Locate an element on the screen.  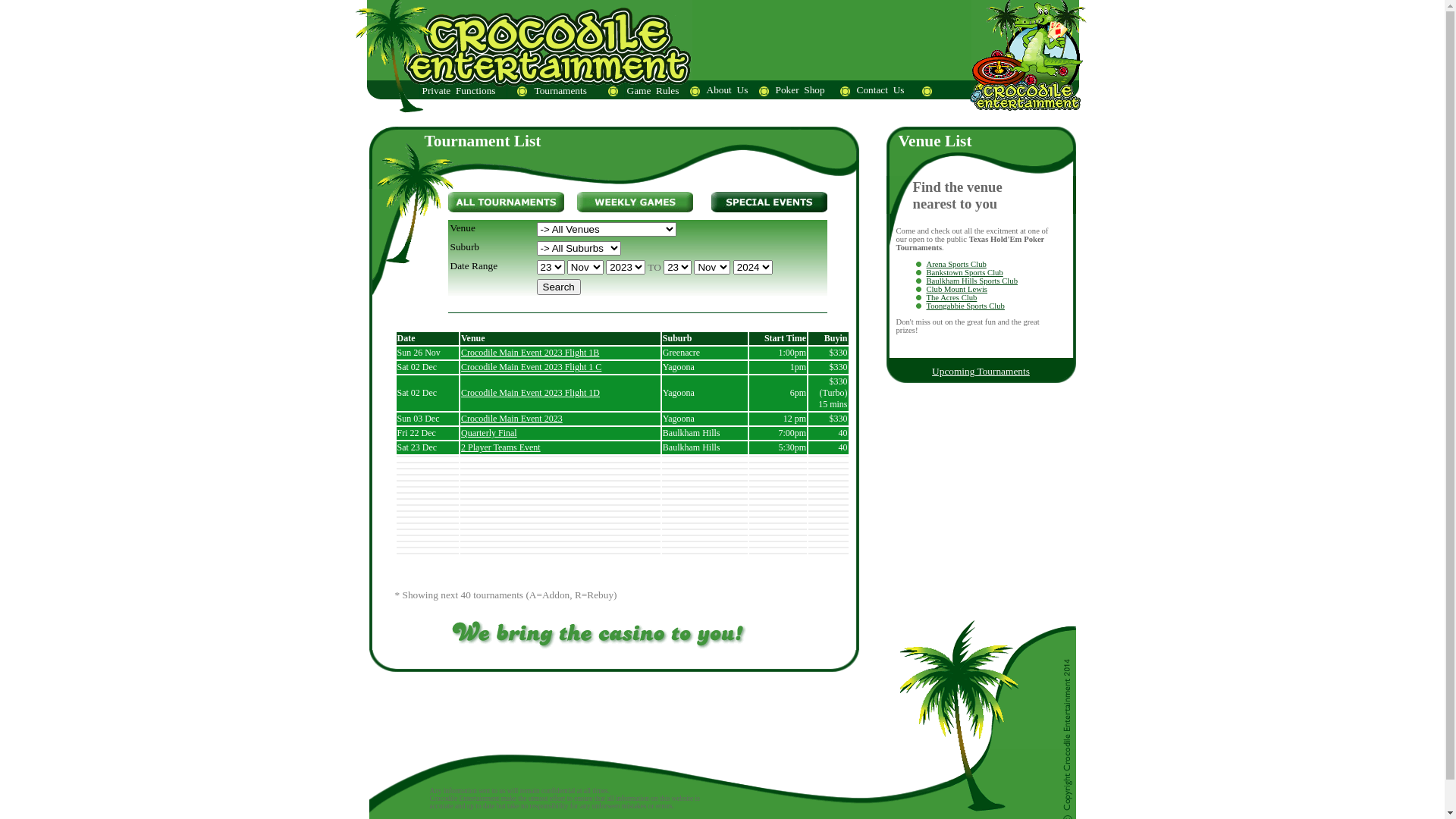
'Private_Functions' is located at coordinates (461, 90).